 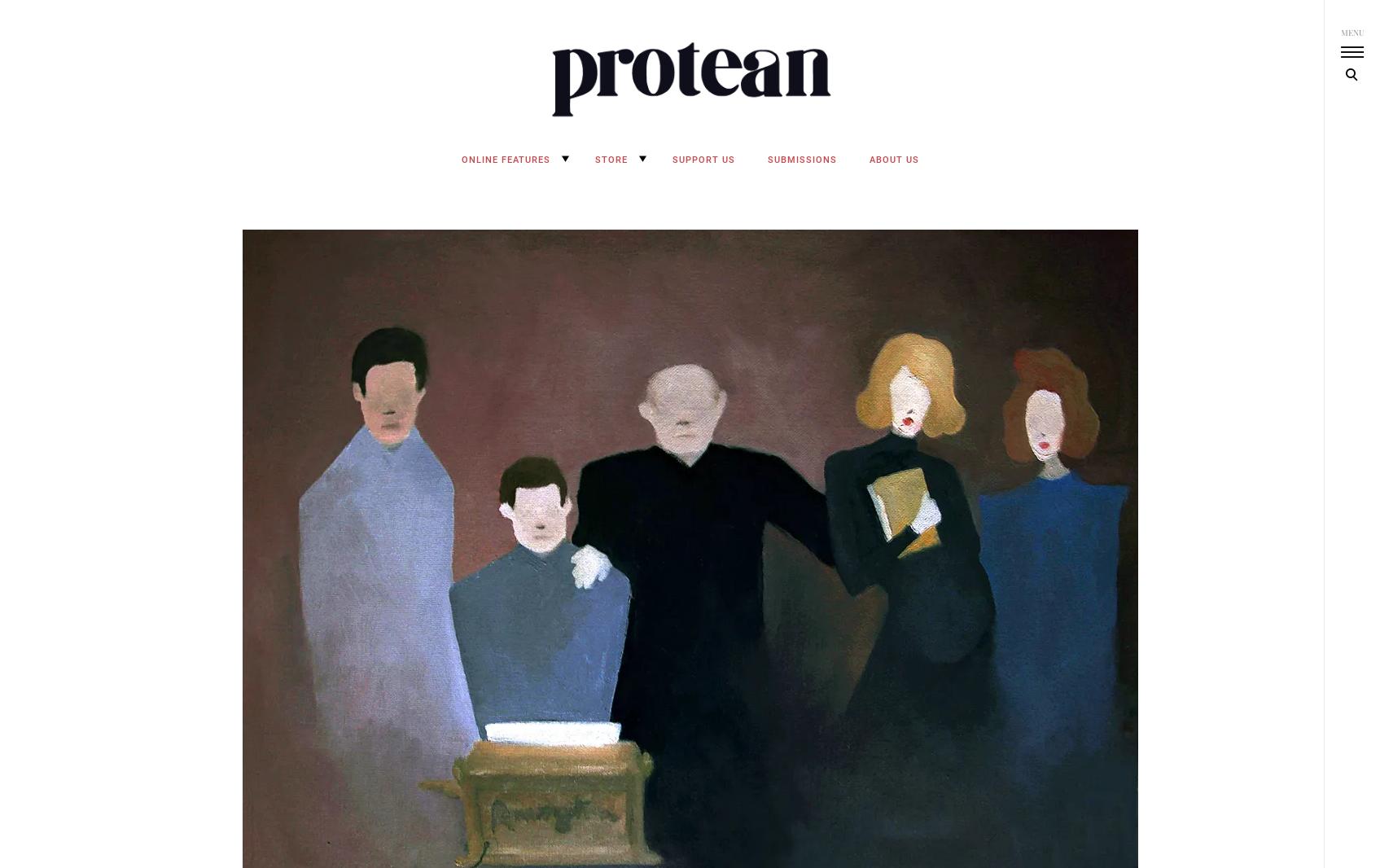 I want to click on 'Protean Magazine', so click(x=394, y=147).